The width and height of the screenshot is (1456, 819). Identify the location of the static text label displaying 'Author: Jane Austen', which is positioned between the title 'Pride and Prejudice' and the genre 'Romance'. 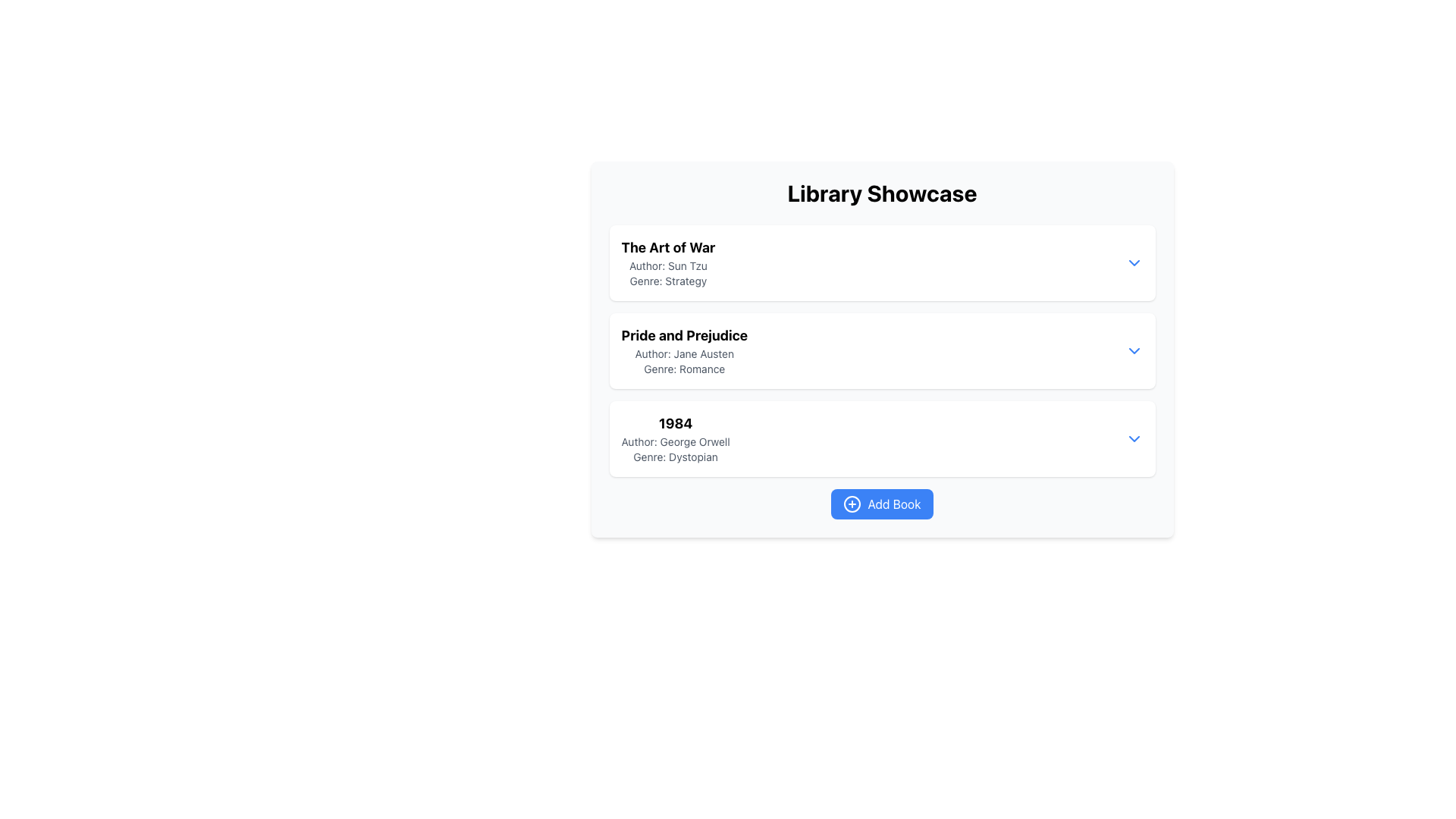
(683, 353).